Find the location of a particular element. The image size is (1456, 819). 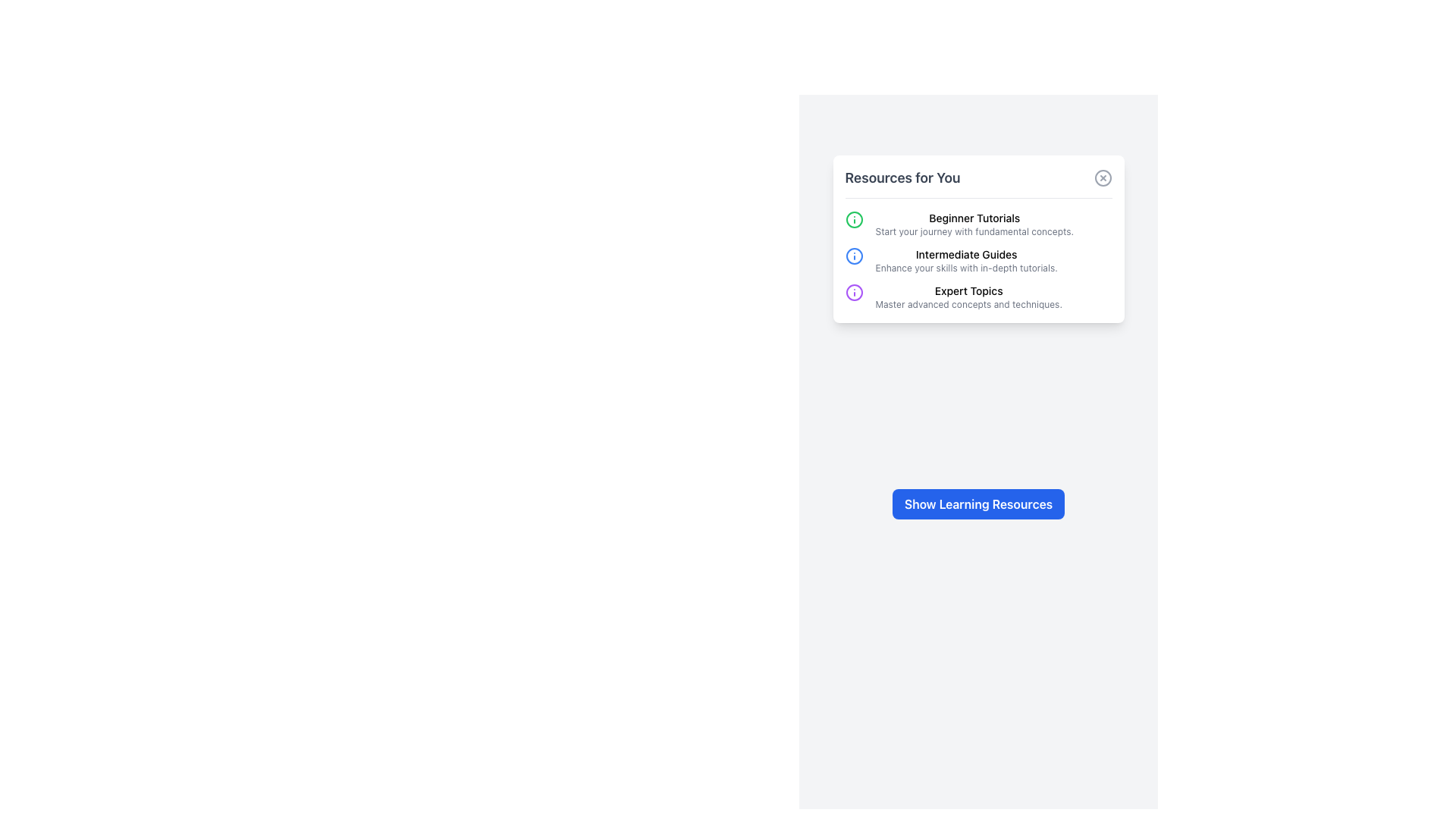

contents of the Informational list item titled 'Intermediate Guides' with the subheading 'Enhance your skills with in-depth tutorials.' is located at coordinates (978, 259).